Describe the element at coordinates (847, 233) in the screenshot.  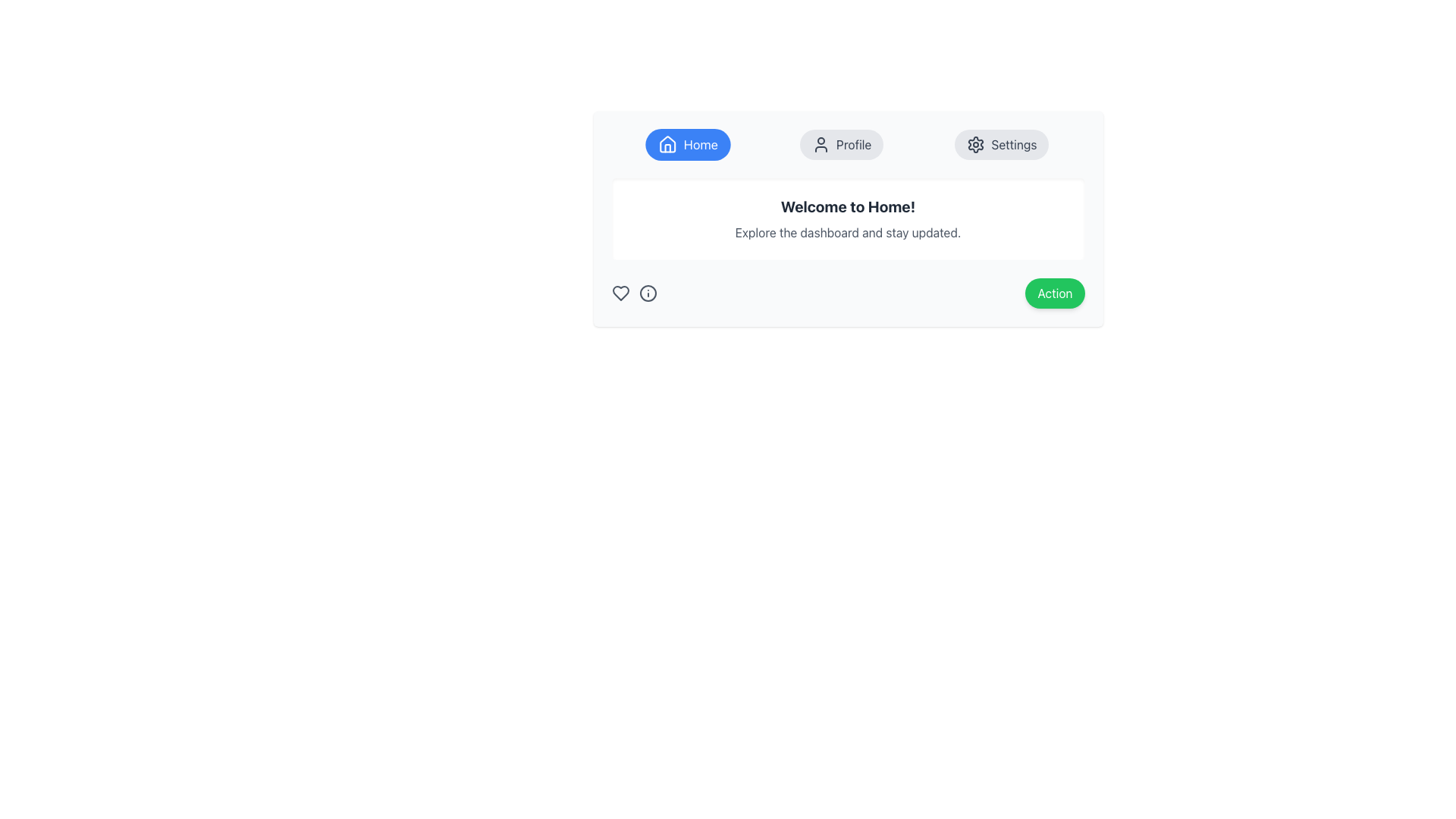
I see `the Text Label located below the header 'Welcome to Home!' in the upper half of the dashboard` at that location.